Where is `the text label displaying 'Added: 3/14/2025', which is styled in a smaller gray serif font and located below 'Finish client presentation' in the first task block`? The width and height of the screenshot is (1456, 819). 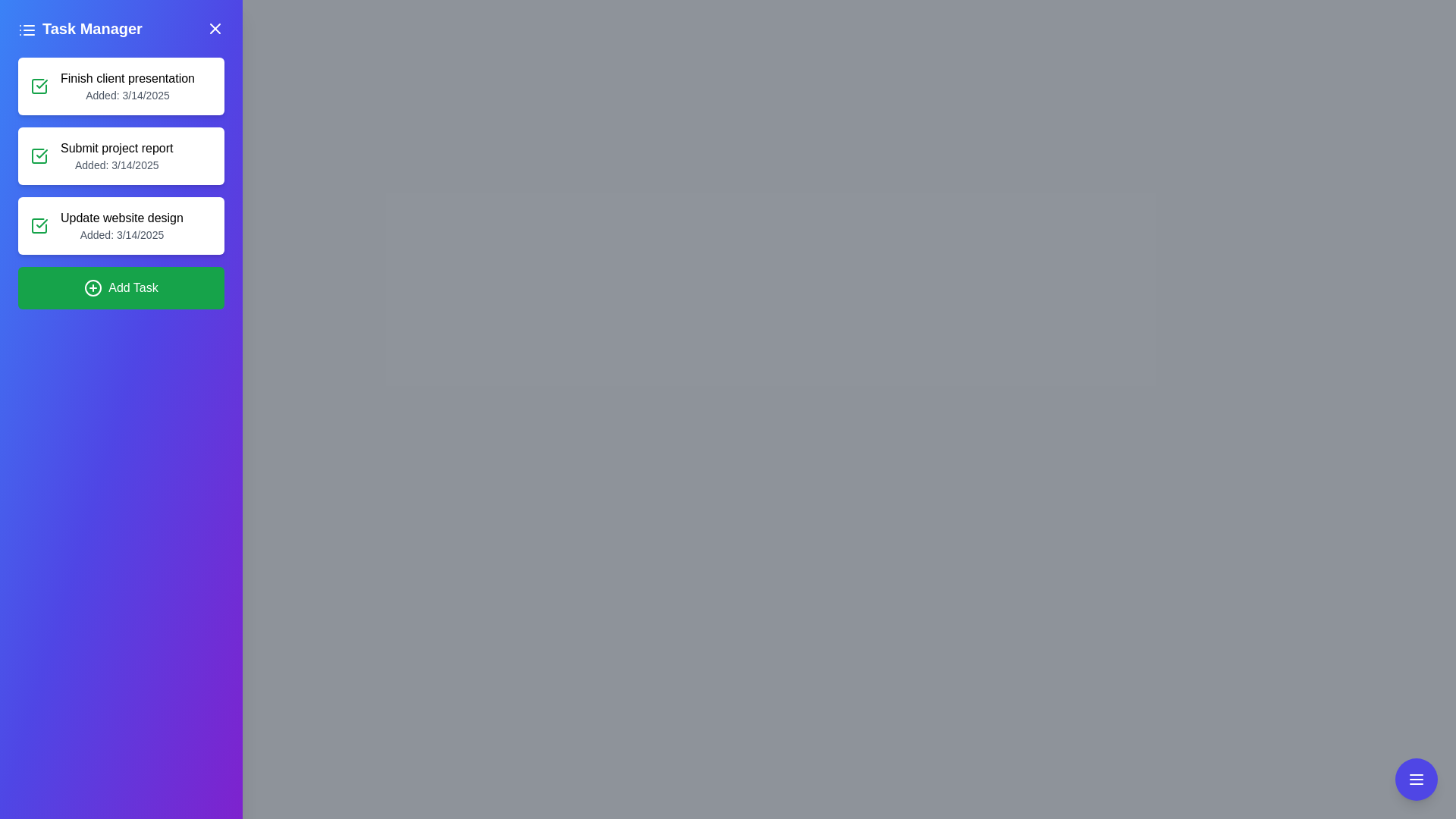
the text label displaying 'Added: 3/14/2025', which is styled in a smaller gray serif font and located below 'Finish client presentation' in the first task block is located at coordinates (127, 96).